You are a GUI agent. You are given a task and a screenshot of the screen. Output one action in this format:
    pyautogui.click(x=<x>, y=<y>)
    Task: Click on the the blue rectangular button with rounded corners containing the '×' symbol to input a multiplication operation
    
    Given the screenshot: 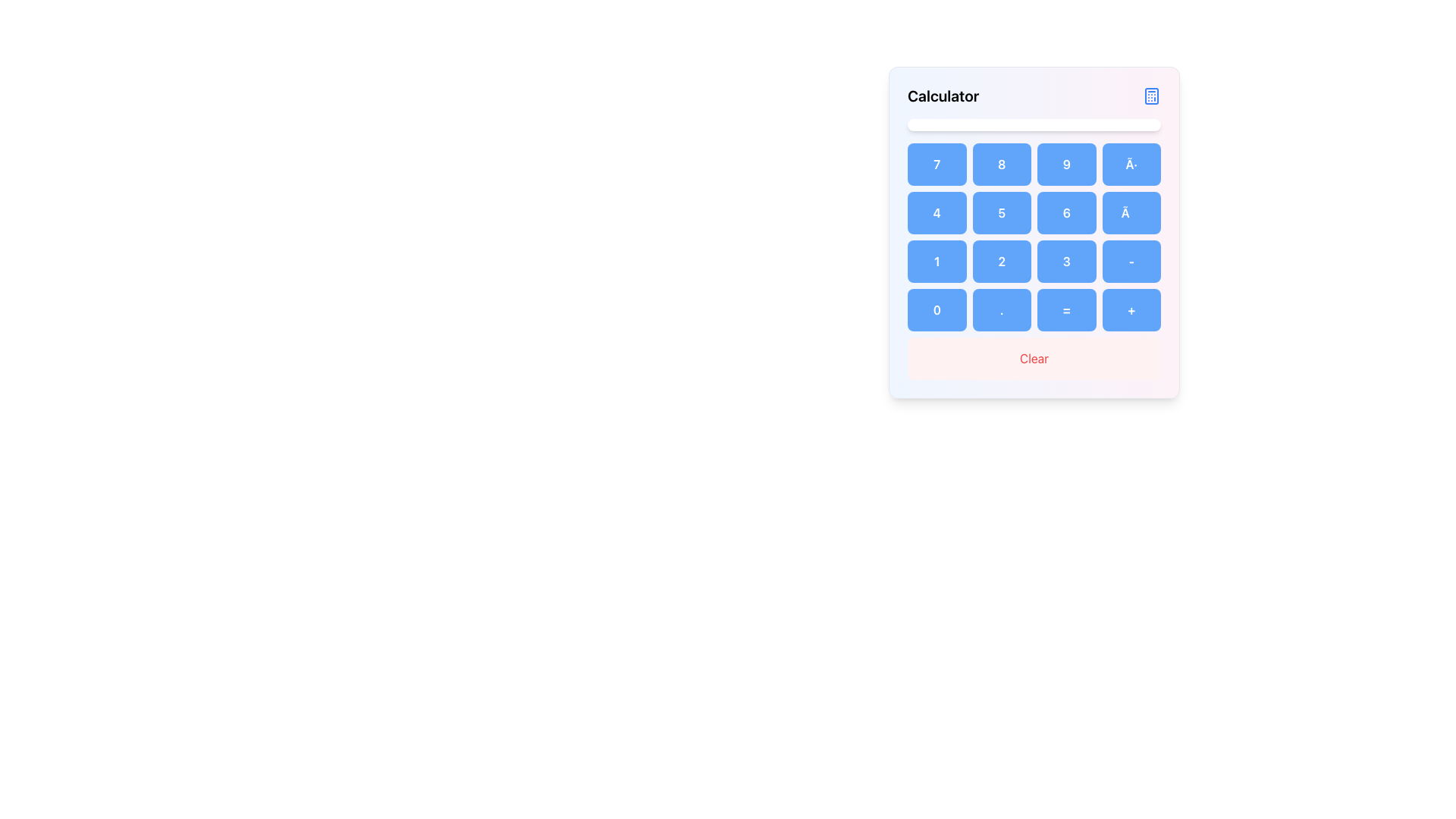 What is the action you would take?
    pyautogui.click(x=1131, y=213)
    